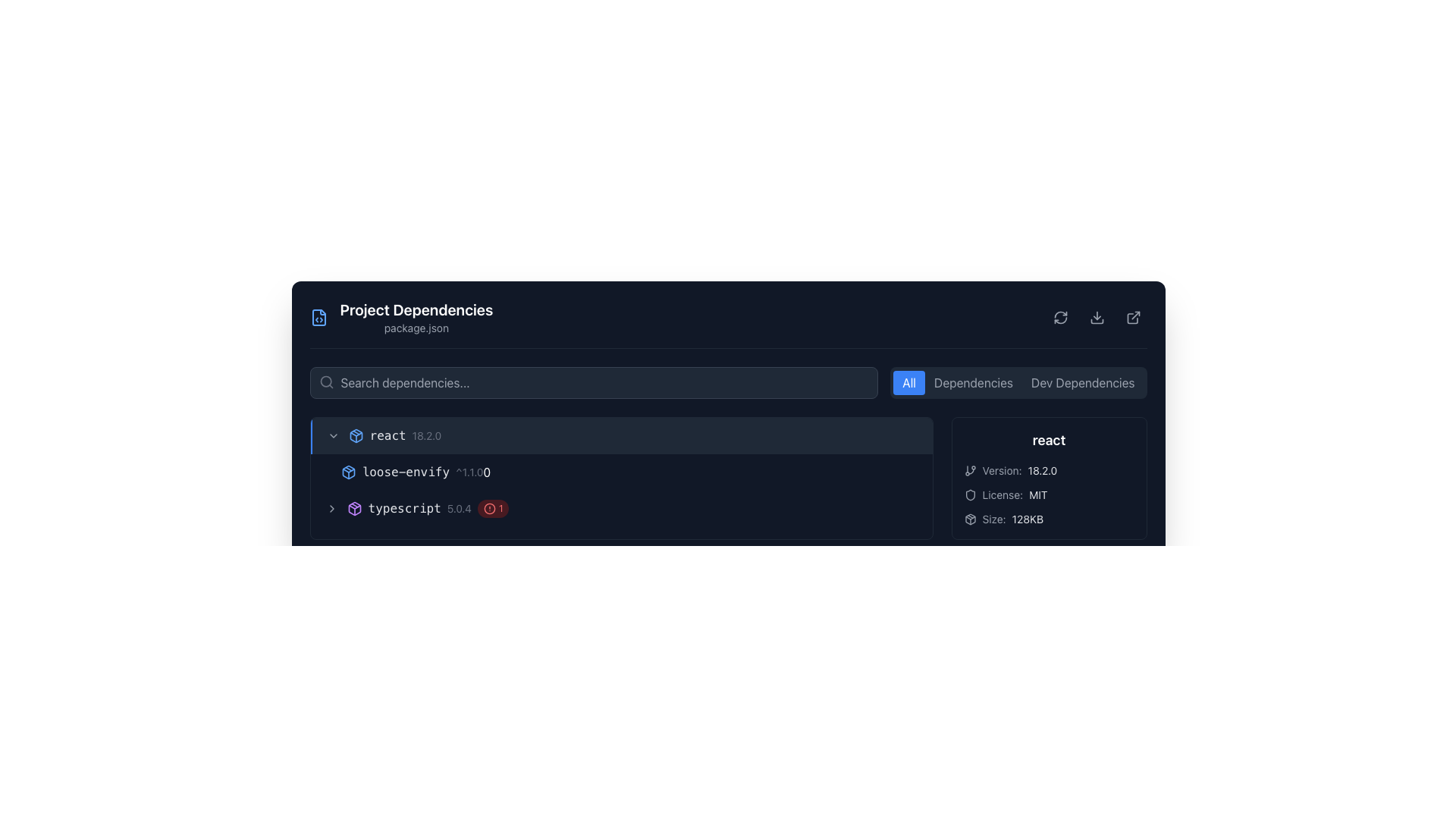  What do you see at coordinates (458, 509) in the screenshot?
I see `the text label displaying '5.0.4' that is styled in gray and positioned near the 'typescript' label in the 'Project Dependencies' section` at bounding box center [458, 509].